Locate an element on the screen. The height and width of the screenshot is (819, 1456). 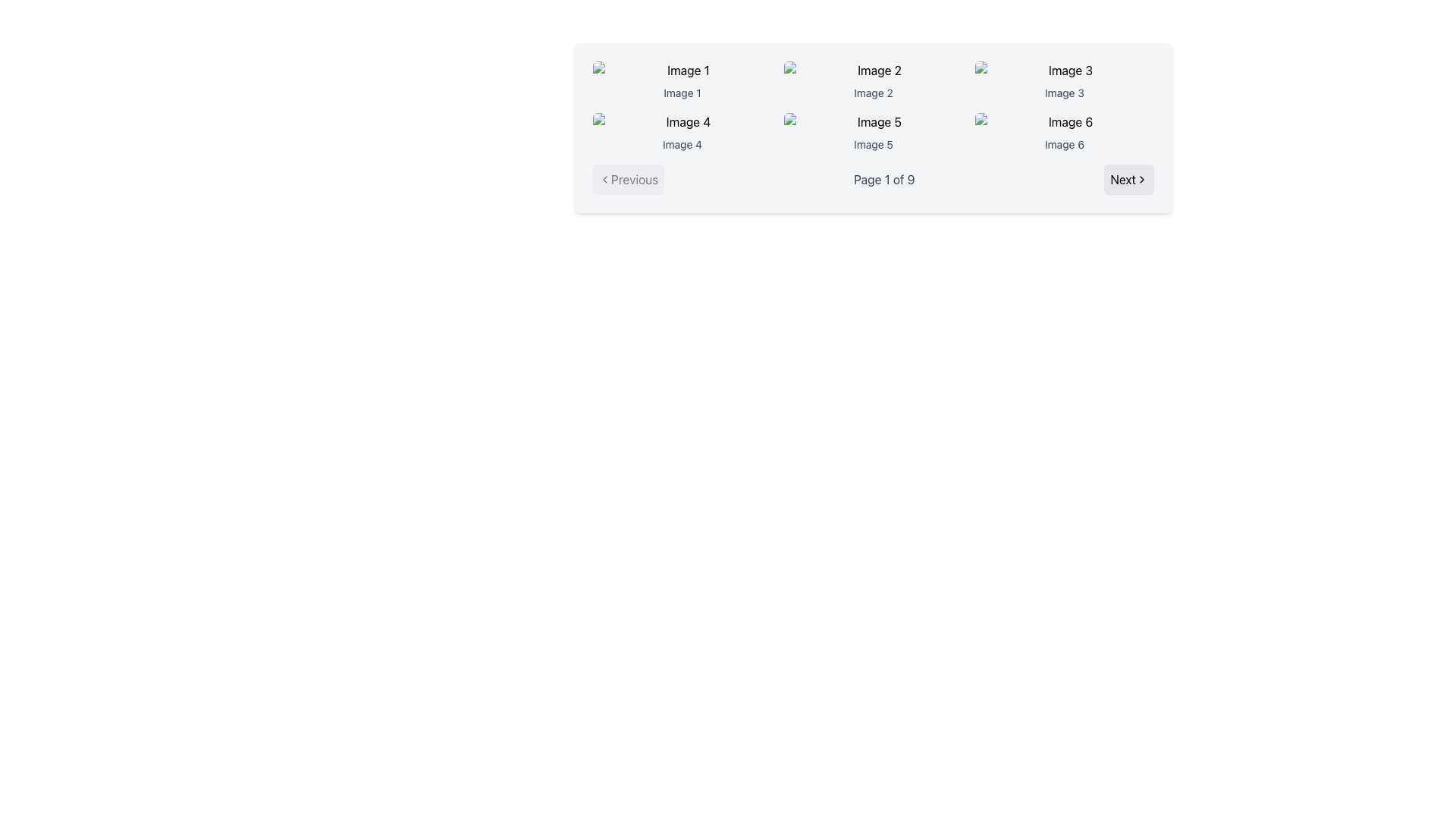
the image placeholder labeled 'Image 2' is located at coordinates (874, 70).